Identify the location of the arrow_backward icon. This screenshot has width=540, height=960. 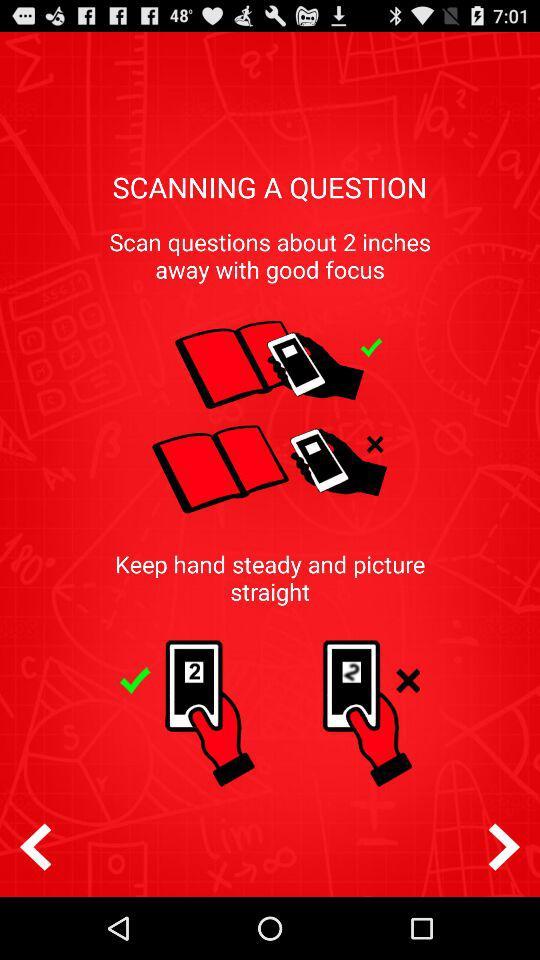
(35, 906).